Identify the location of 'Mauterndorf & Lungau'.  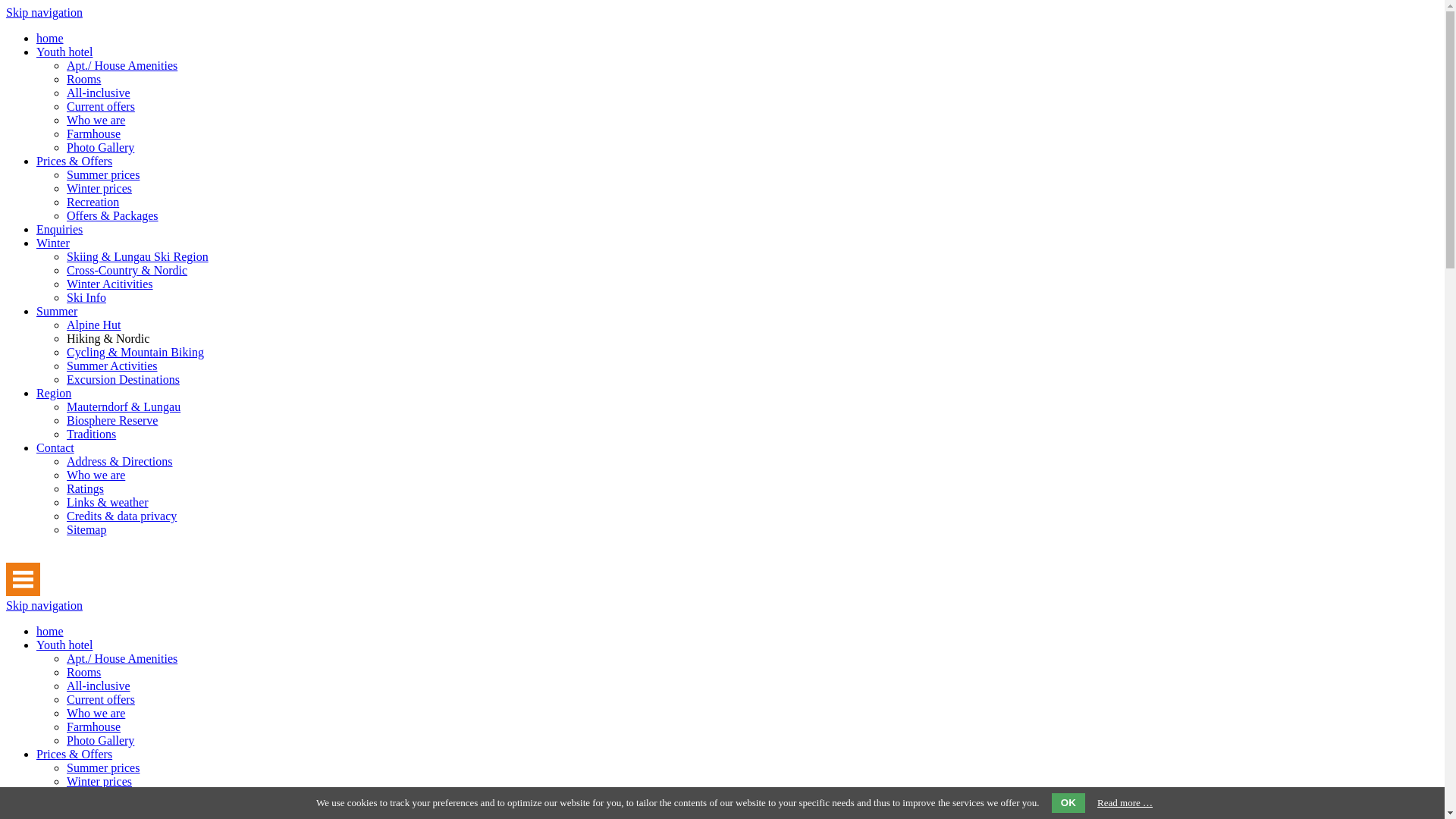
(65, 406).